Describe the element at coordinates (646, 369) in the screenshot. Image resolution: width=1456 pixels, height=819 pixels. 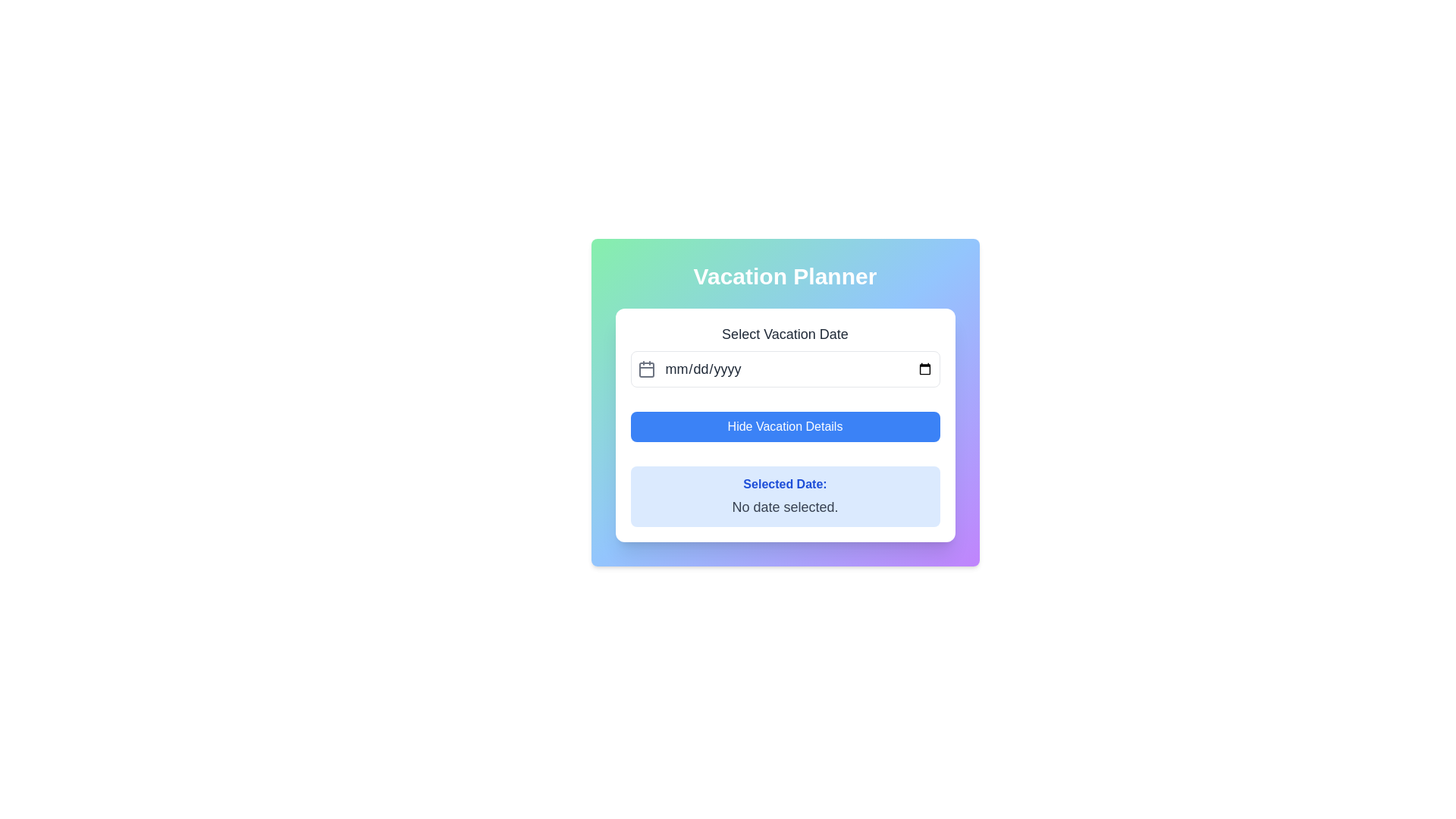
I see `the calendar icon, which is styled with a gray color and located to the left of the date input field, identified by its outlined square with rounded corners and two vertical lines above it` at that location.